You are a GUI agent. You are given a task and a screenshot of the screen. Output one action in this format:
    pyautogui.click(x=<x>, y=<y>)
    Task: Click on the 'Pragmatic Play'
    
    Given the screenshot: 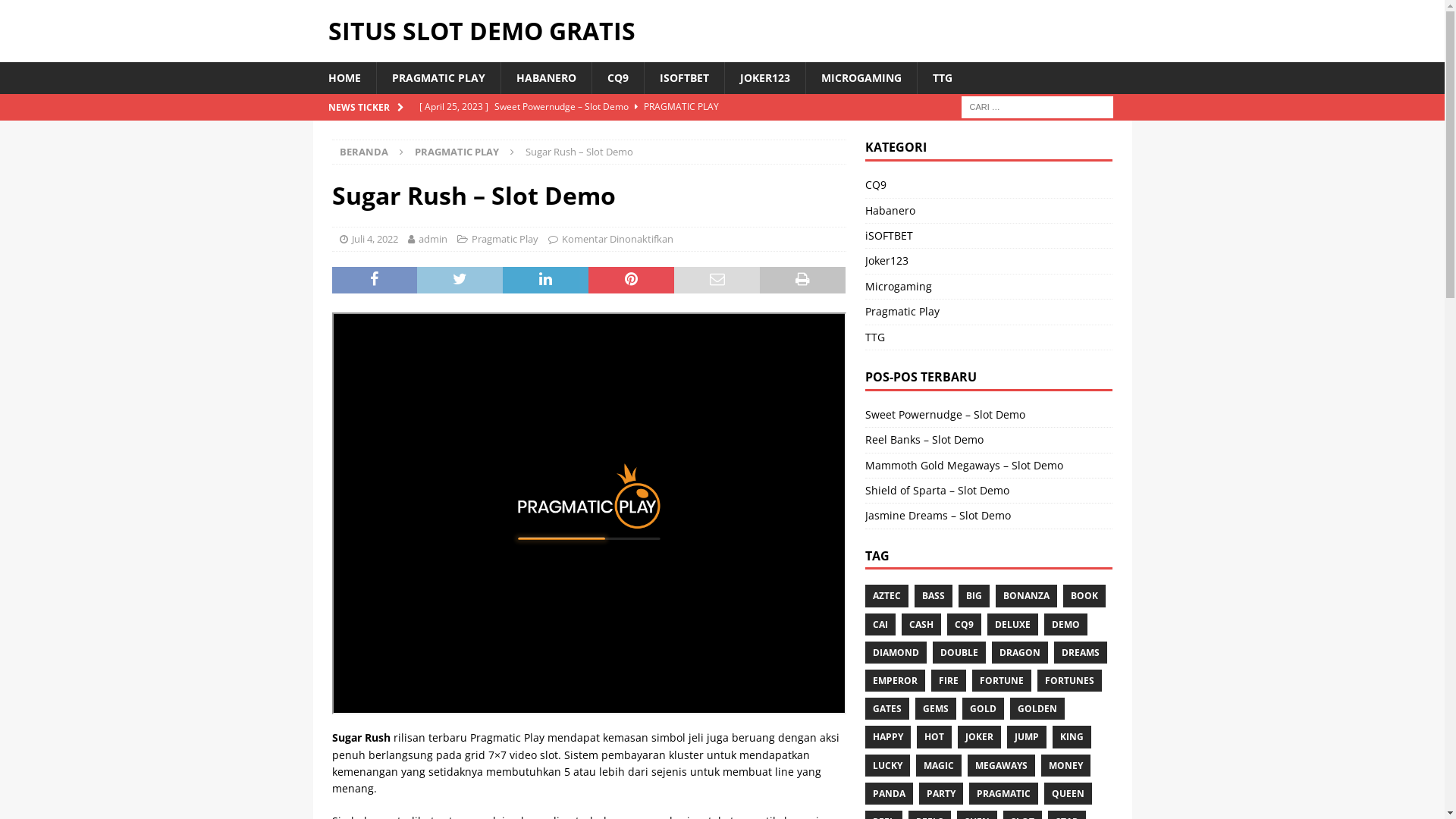 What is the action you would take?
    pyautogui.click(x=989, y=311)
    